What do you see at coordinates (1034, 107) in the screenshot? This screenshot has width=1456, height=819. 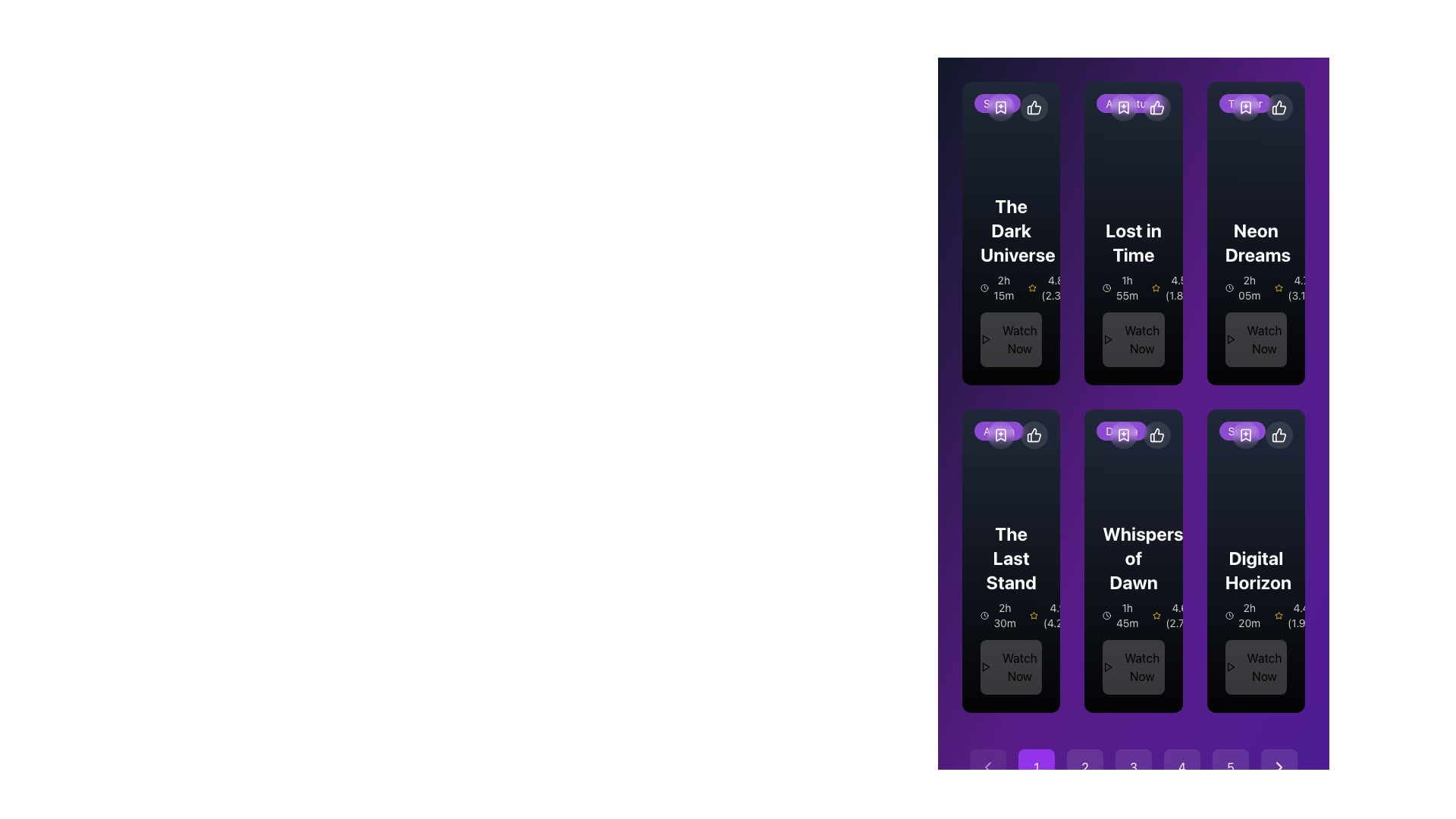 I see `the thumbs-up icon, which serves as a visual indicator for liking or approving content, located in the top-right area of a card-like structure` at bounding box center [1034, 107].